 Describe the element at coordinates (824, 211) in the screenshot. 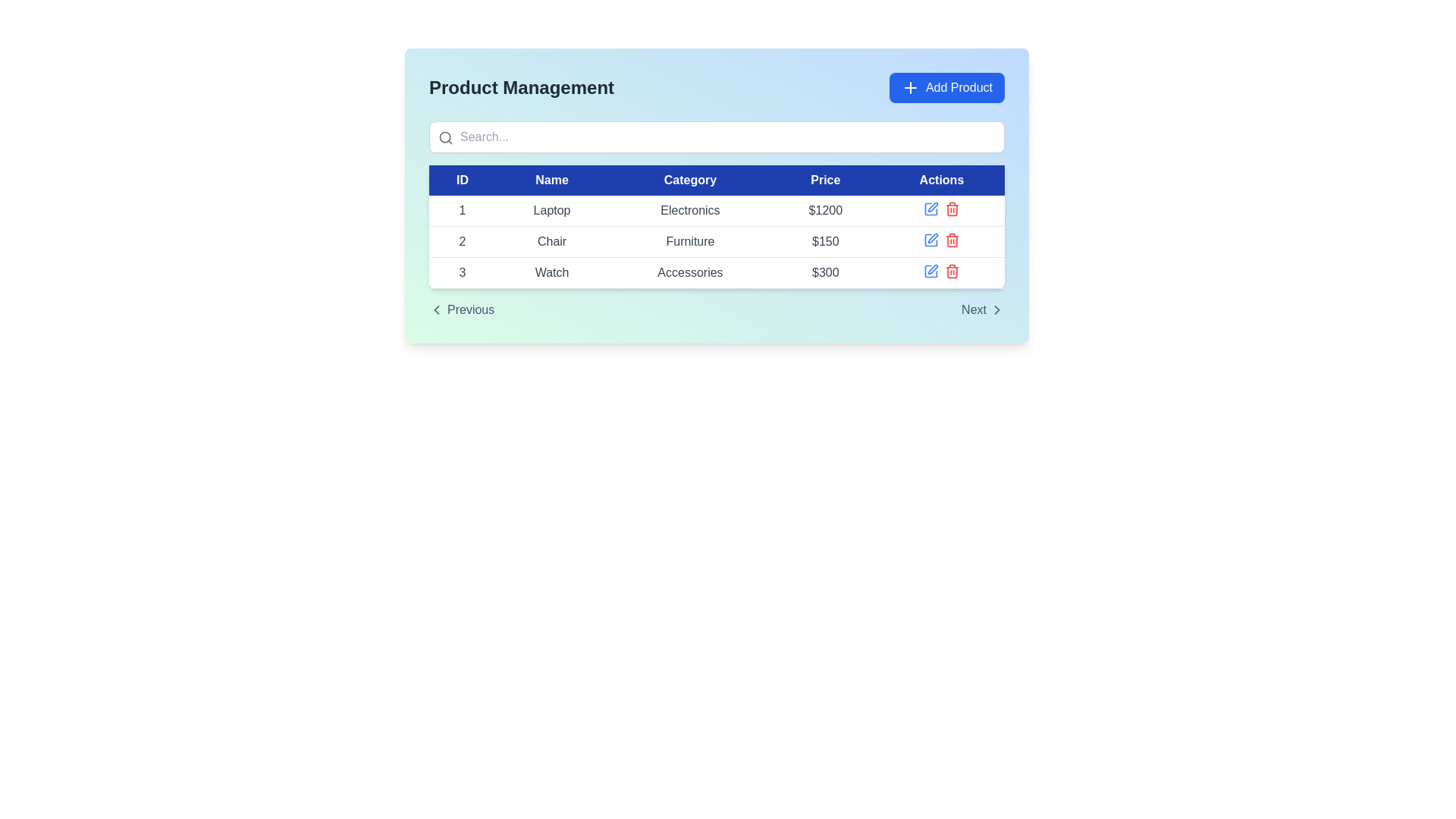

I see `the price text element displaying '$1200' located in the 'Price' column of the first product row` at that location.